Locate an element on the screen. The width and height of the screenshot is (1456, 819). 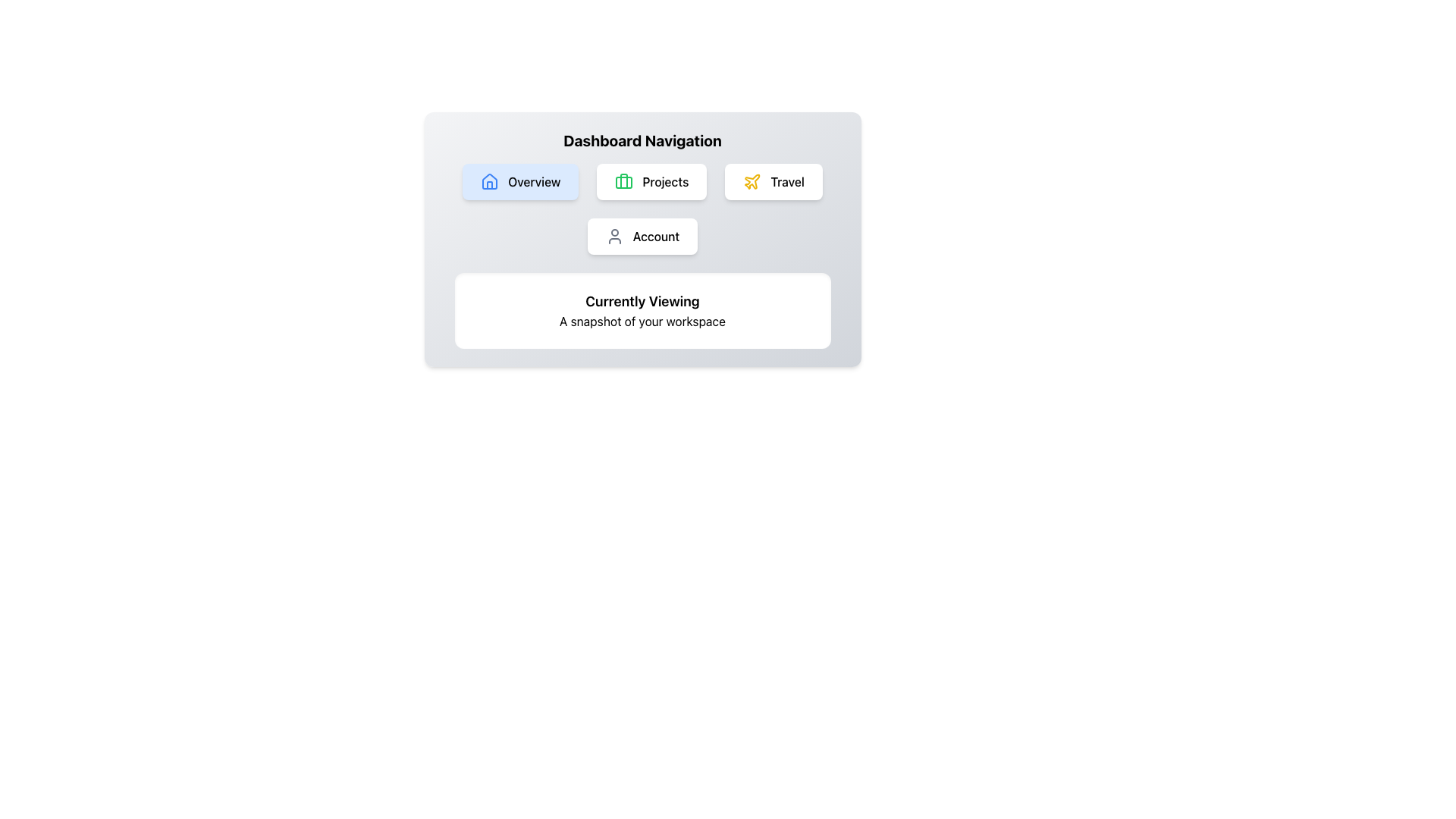
the 'Overview' icon located within the leftmost navigation button of the Dashboard Navigation section, which visually represents the overview concept is located at coordinates (490, 180).